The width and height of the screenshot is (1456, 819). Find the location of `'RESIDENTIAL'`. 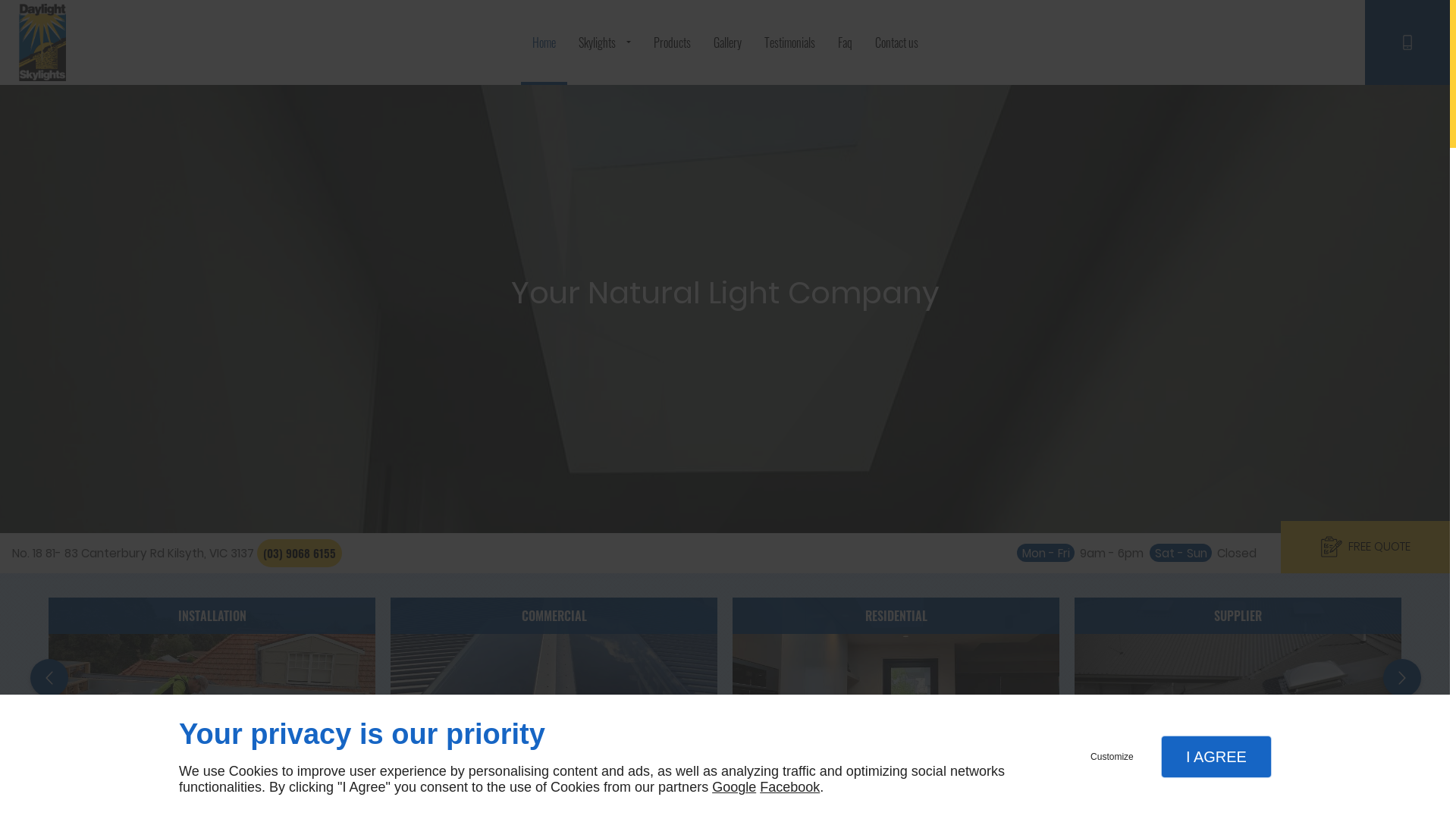

'RESIDENTIAL' is located at coordinates (896, 681).